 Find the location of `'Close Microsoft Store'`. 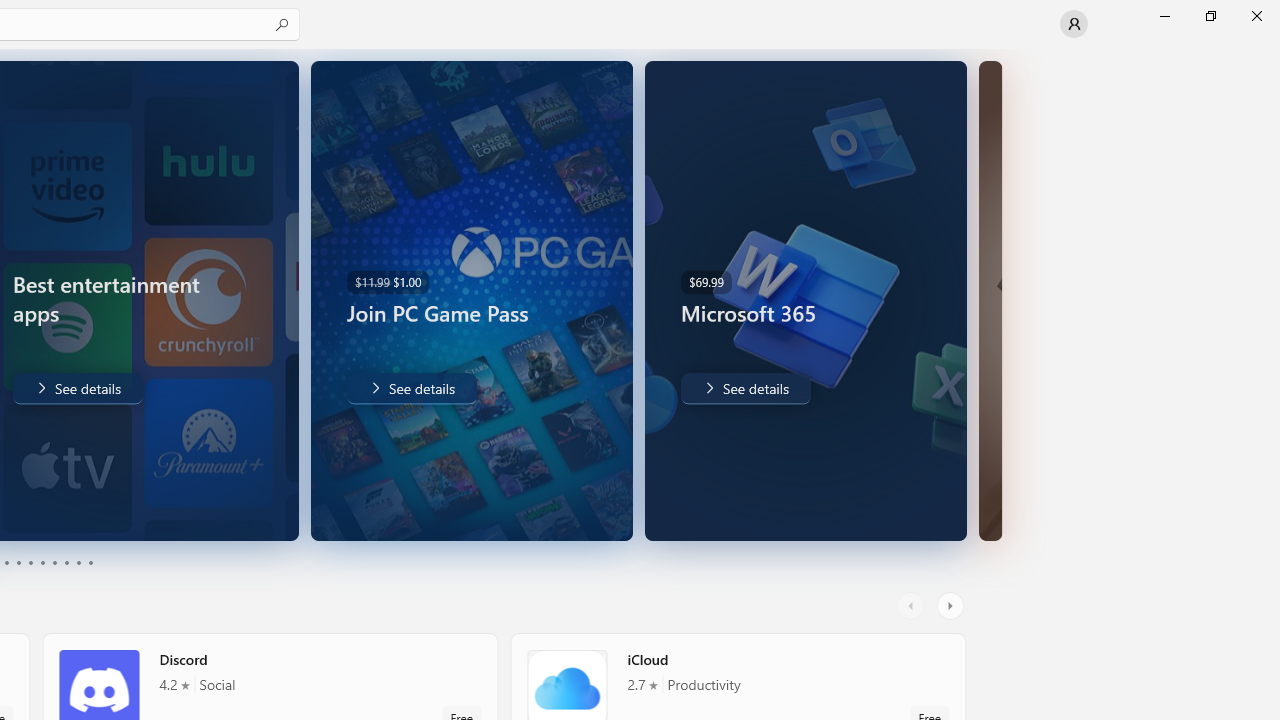

'Close Microsoft Store' is located at coordinates (1255, 15).